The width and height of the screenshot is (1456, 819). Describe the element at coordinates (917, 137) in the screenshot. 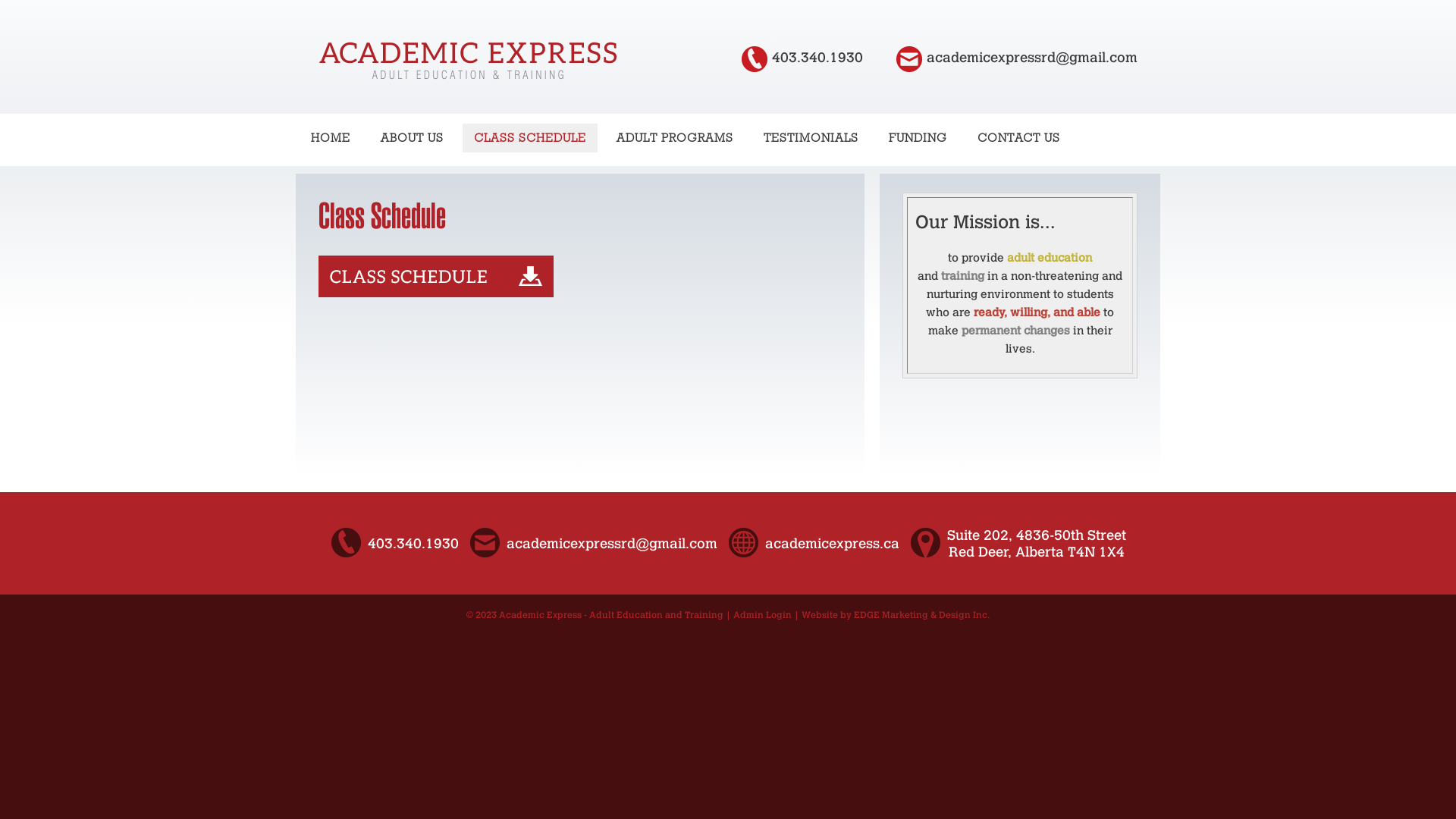

I see `'FUNDING'` at that location.